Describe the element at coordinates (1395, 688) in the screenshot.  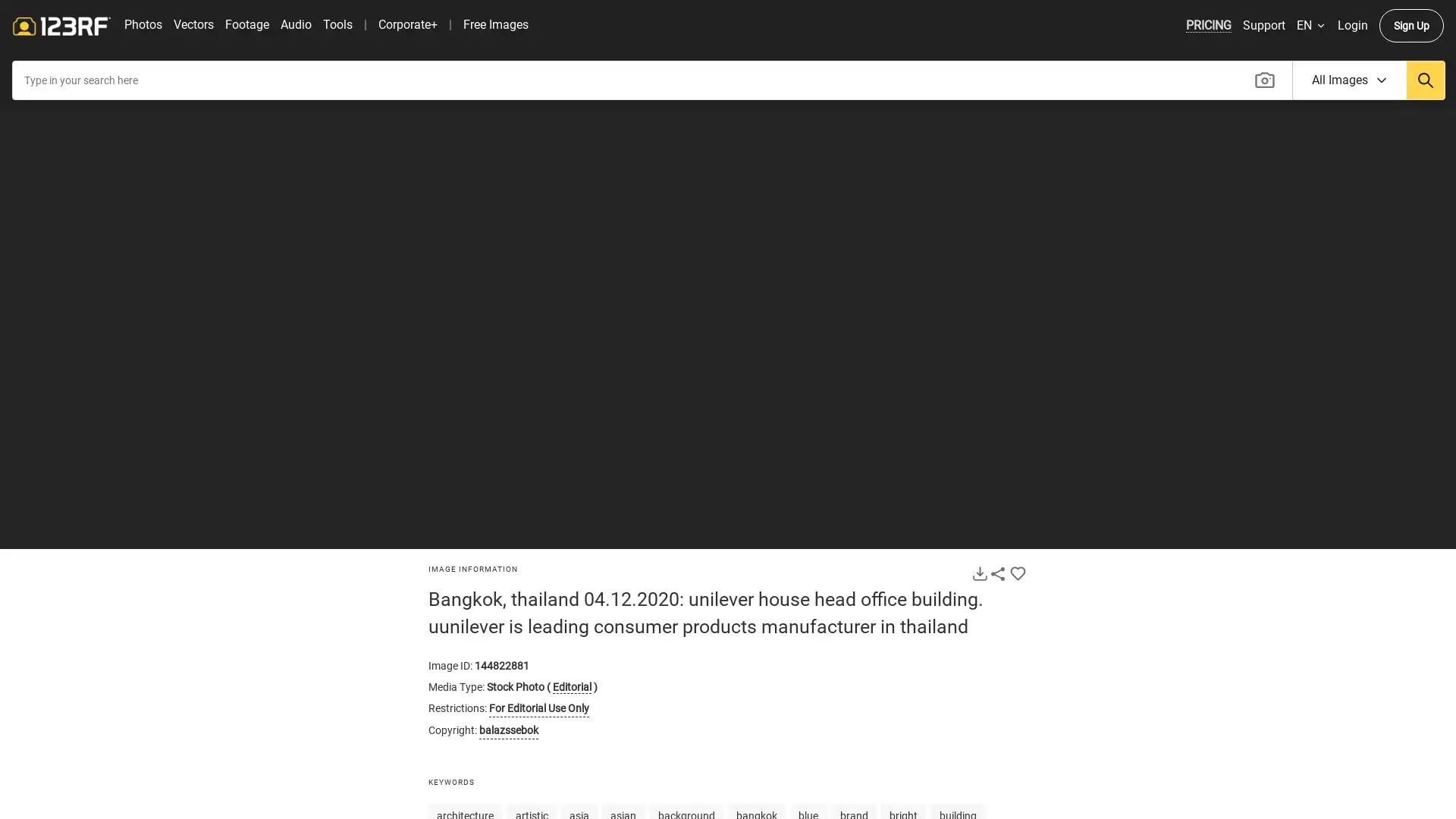
I see `INSTAGRAM_STORY Instagram story 1080 x 1920 px` at that location.